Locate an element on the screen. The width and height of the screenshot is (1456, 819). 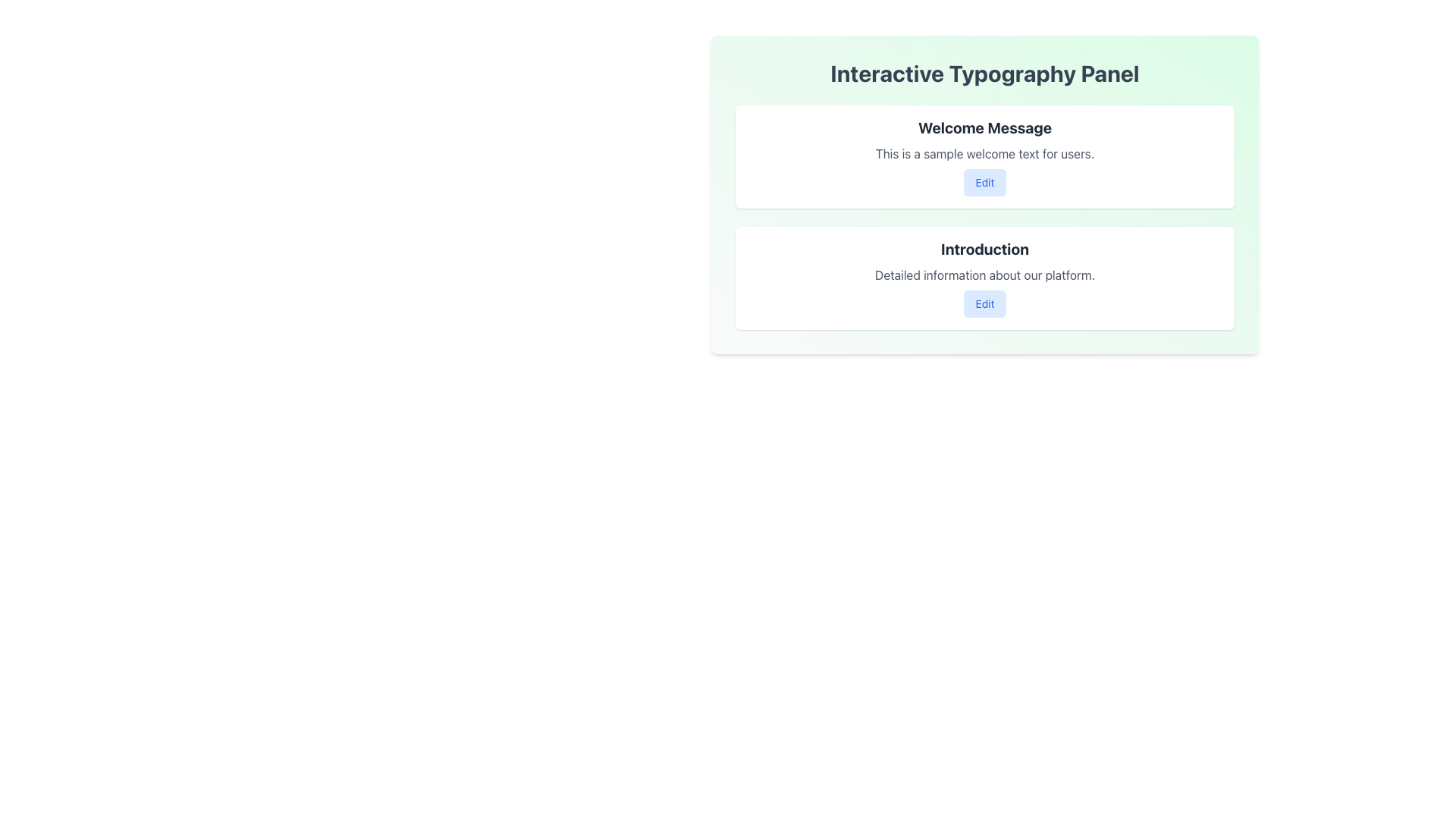
the 'Edit' button, which is styled with a rounded rectangle in light blue and is located in the lower part of the 'Introduction' section is located at coordinates (985, 304).